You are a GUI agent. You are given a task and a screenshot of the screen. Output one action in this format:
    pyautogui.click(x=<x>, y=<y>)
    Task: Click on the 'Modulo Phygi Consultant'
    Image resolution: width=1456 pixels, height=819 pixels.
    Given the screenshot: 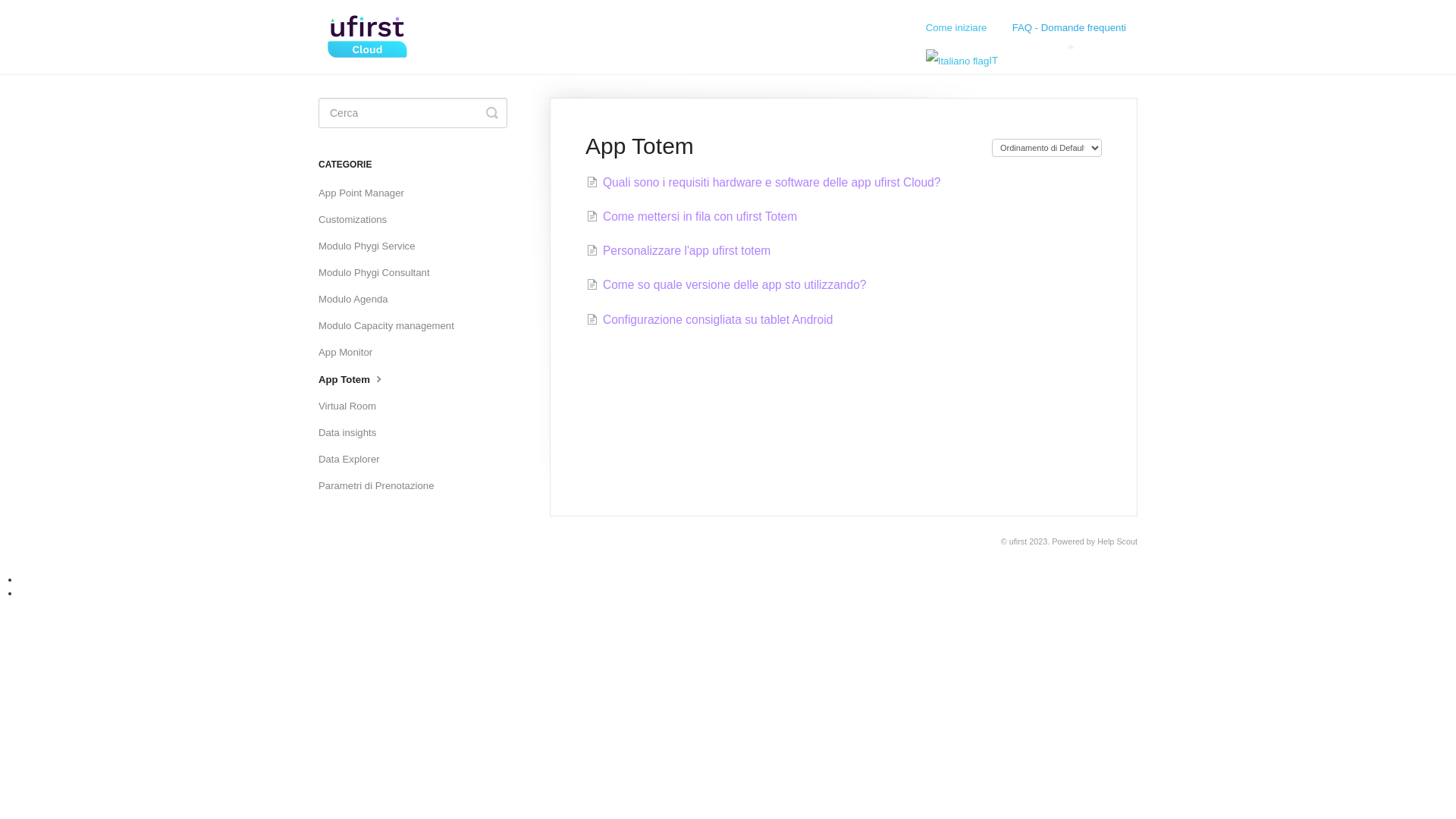 What is the action you would take?
    pyautogui.click(x=379, y=271)
    